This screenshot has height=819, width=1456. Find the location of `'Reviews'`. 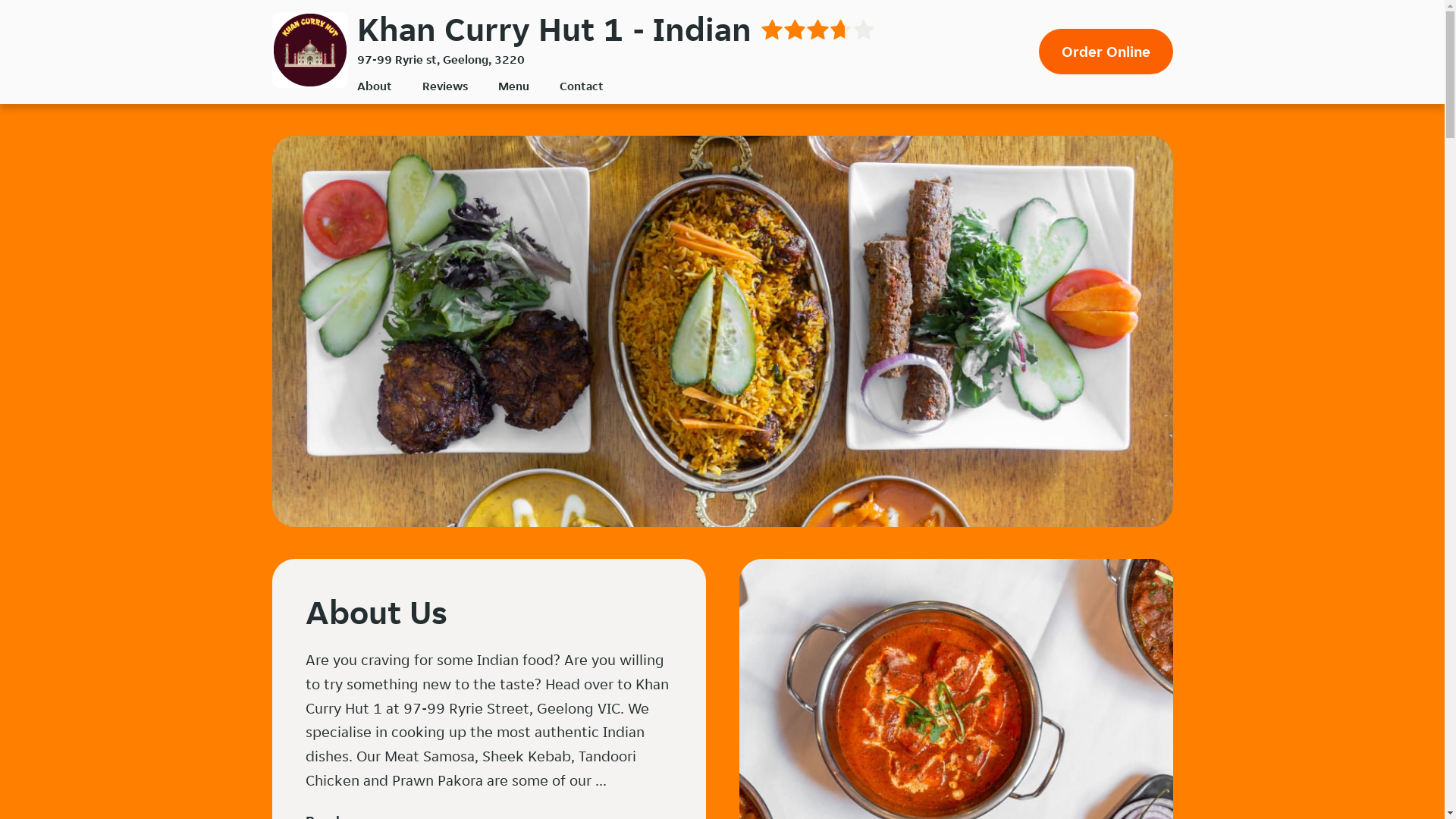

'Reviews' is located at coordinates (443, 86).